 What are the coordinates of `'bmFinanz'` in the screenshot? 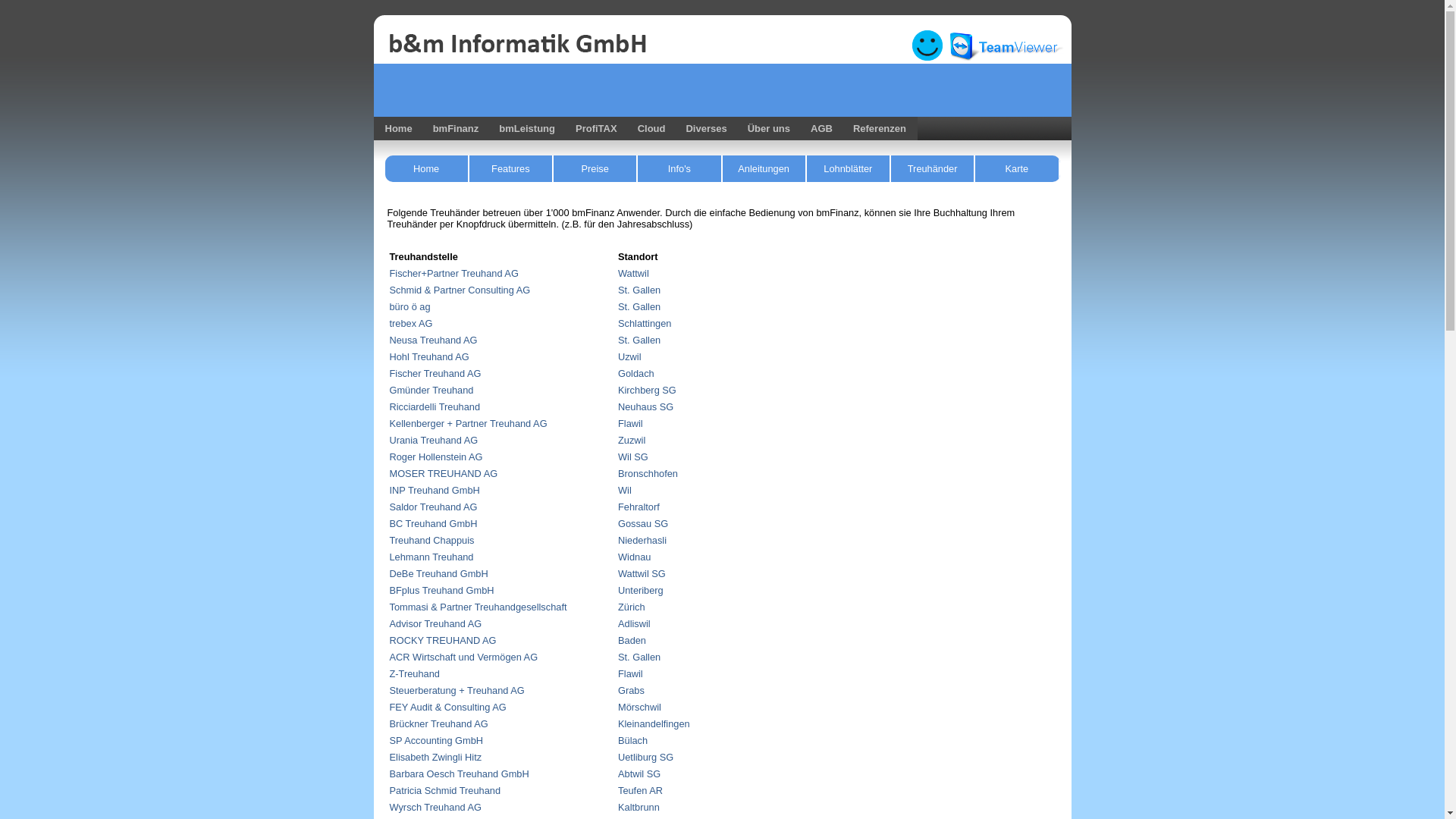 It's located at (453, 127).